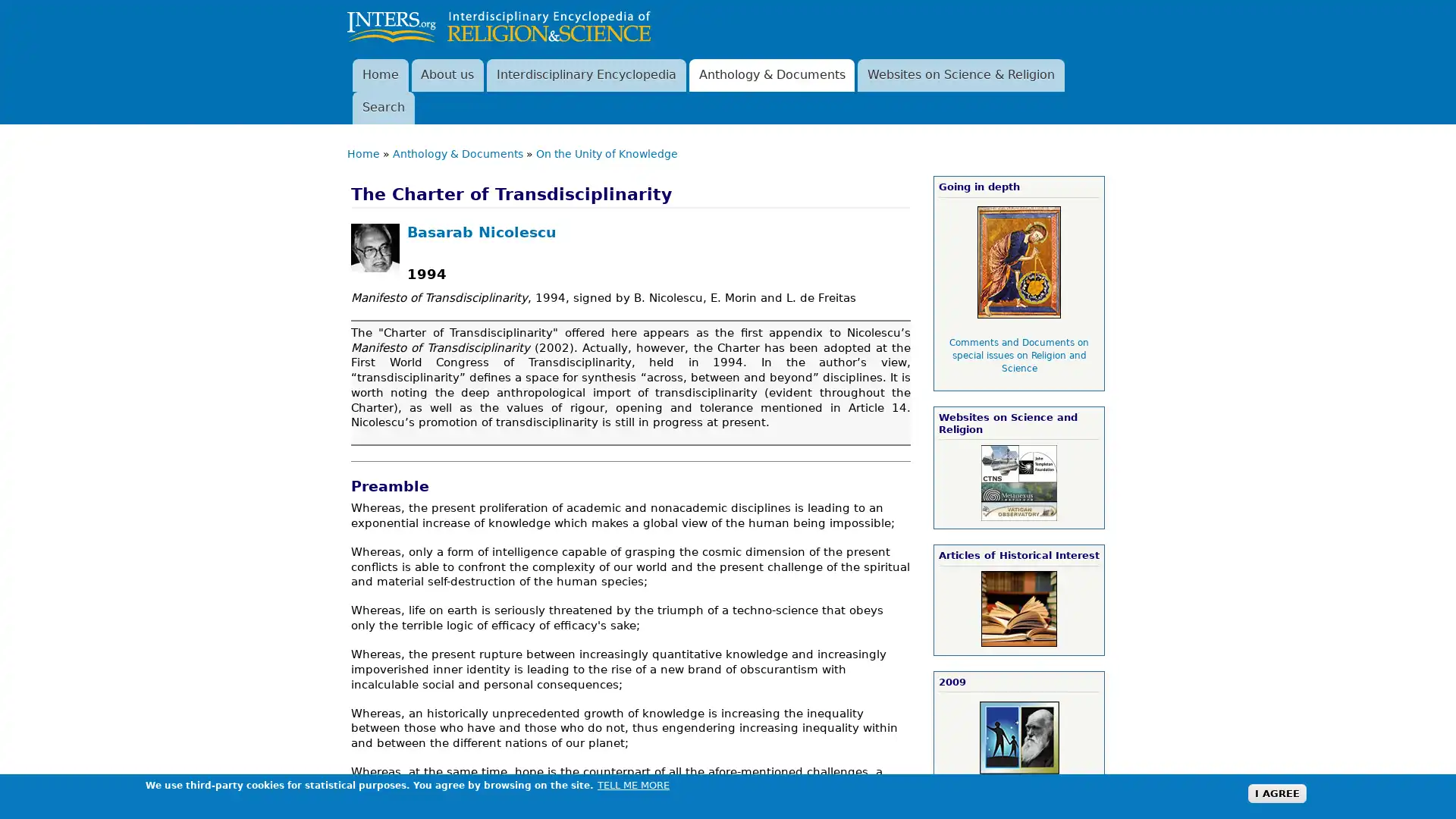 Image resolution: width=1456 pixels, height=819 pixels. I want to click on I AGREE, so click(1276, 792).